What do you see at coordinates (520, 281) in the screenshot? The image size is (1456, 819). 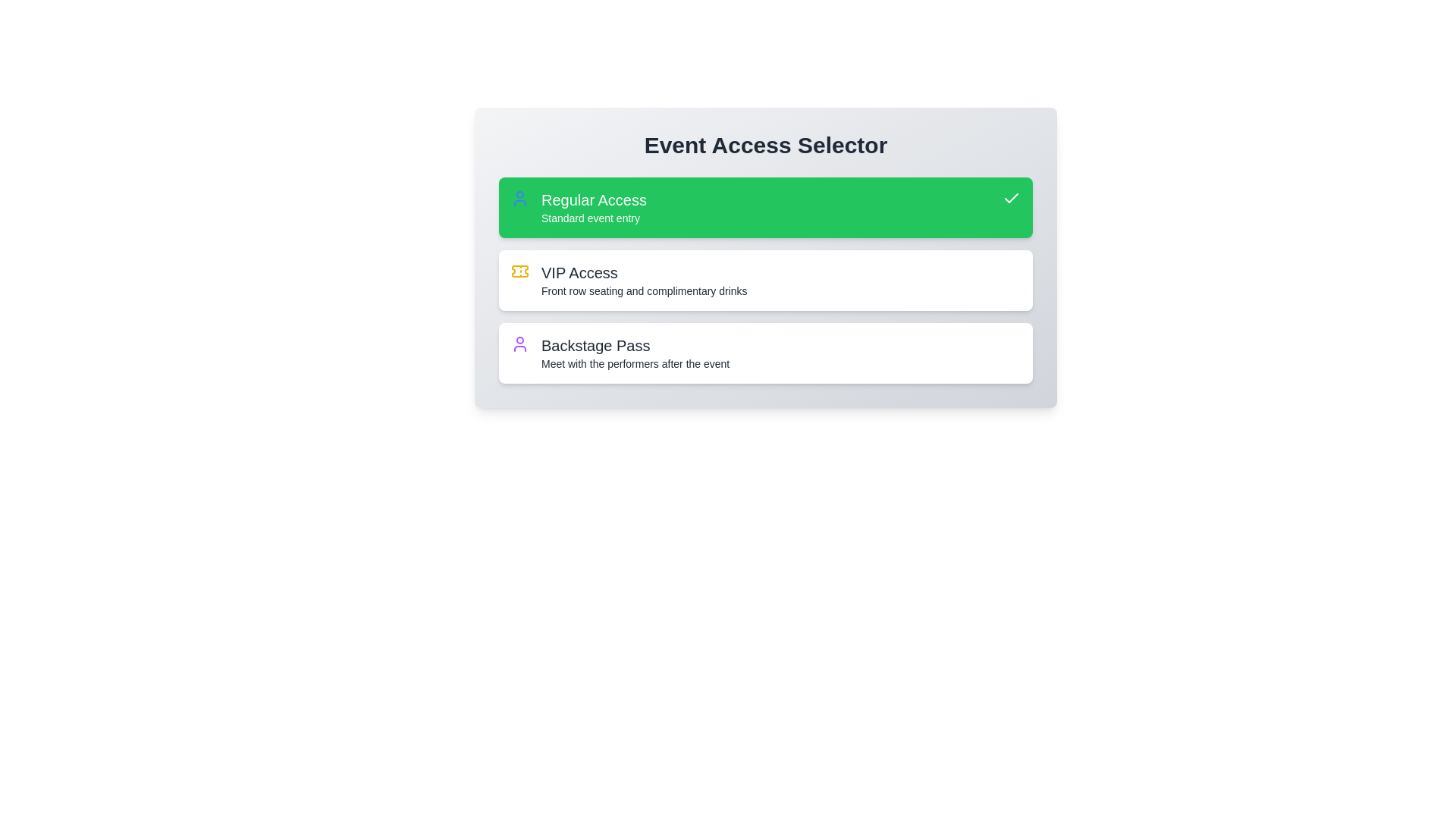 I see `the SVG graphic/icon representing the VIP Access feature, which is located on the left side of the 'VIP Access' option` at bounding box center [520, 281].